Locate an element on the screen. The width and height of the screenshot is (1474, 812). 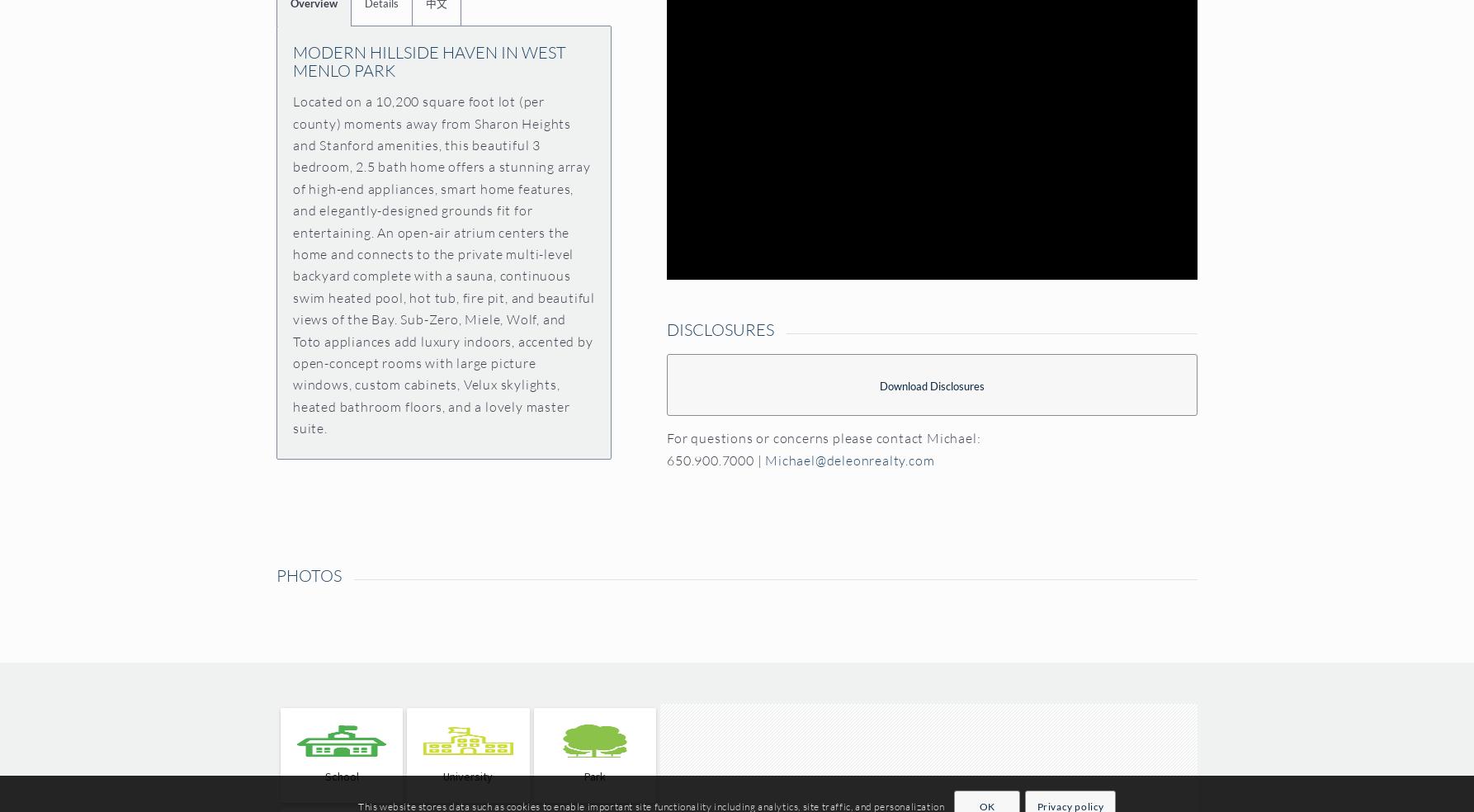
'Download Disclosures' is located at coordinates (931, 385).